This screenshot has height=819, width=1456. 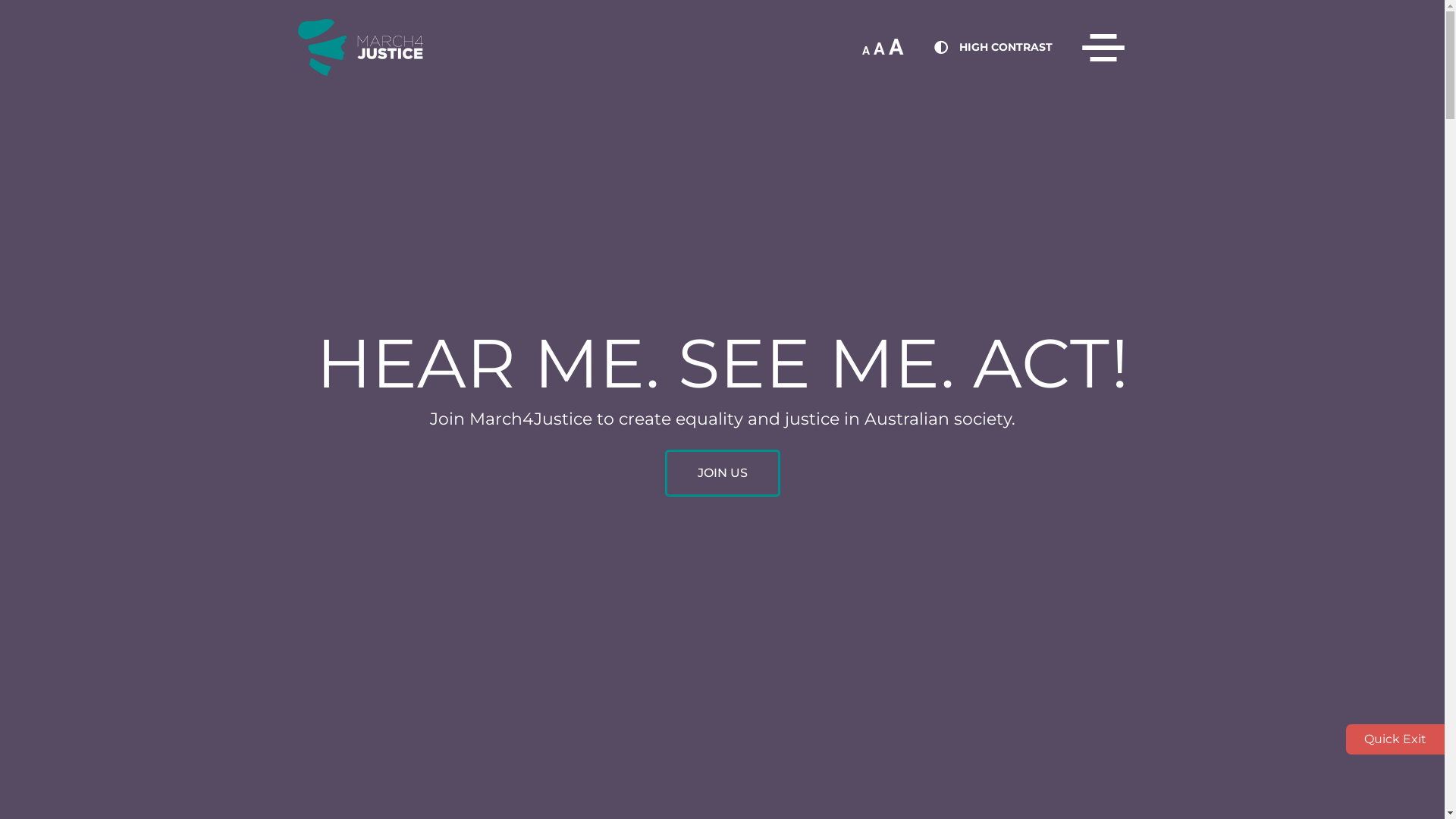 What do you see at coordinates (879, 48) in the screenshot?
I see `'A'` at bounding box center [879, 48].